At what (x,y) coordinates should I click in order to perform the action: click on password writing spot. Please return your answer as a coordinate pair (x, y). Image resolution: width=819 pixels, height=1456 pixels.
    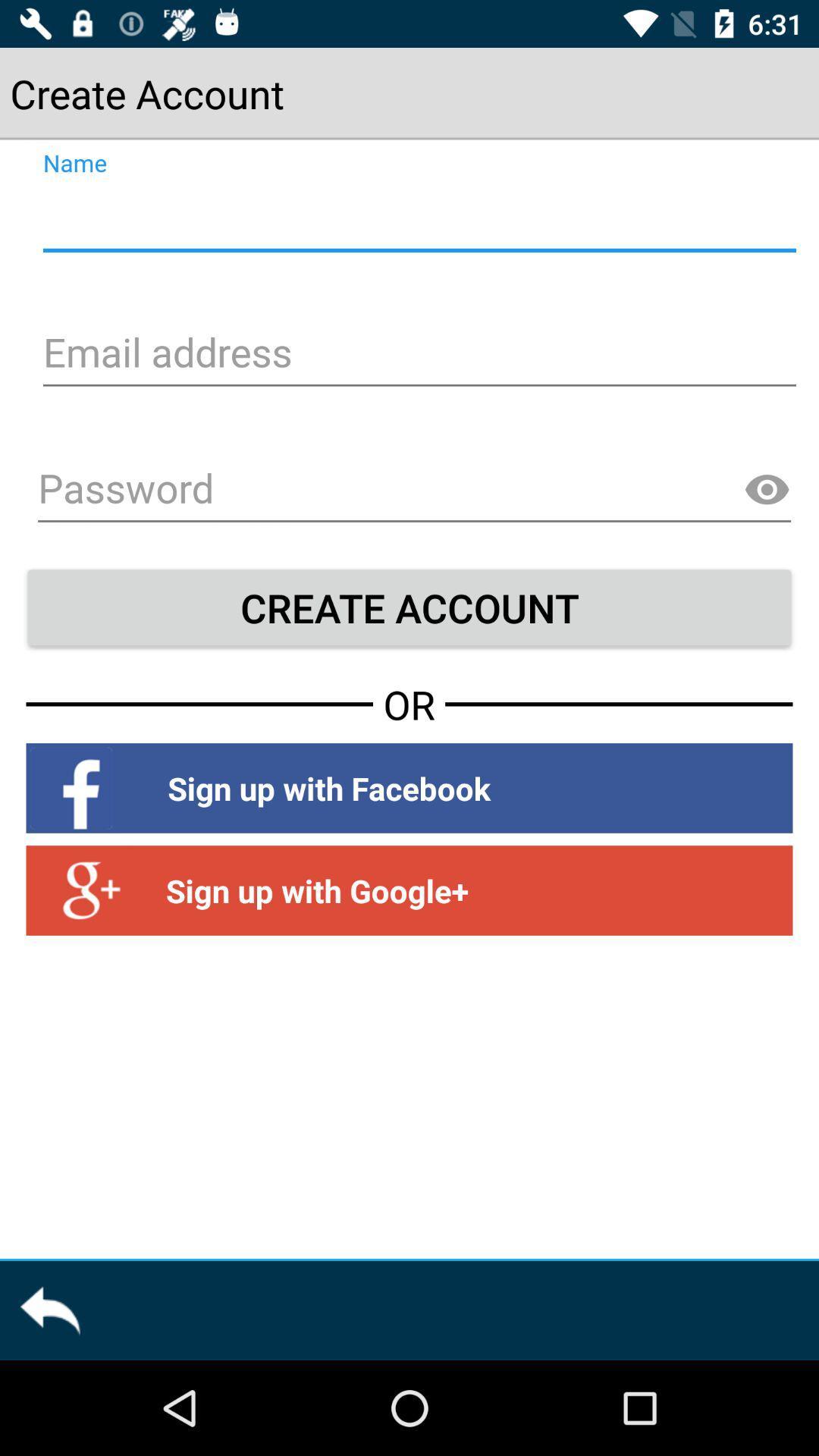
    Looking at the image, I should click on (414, 491).